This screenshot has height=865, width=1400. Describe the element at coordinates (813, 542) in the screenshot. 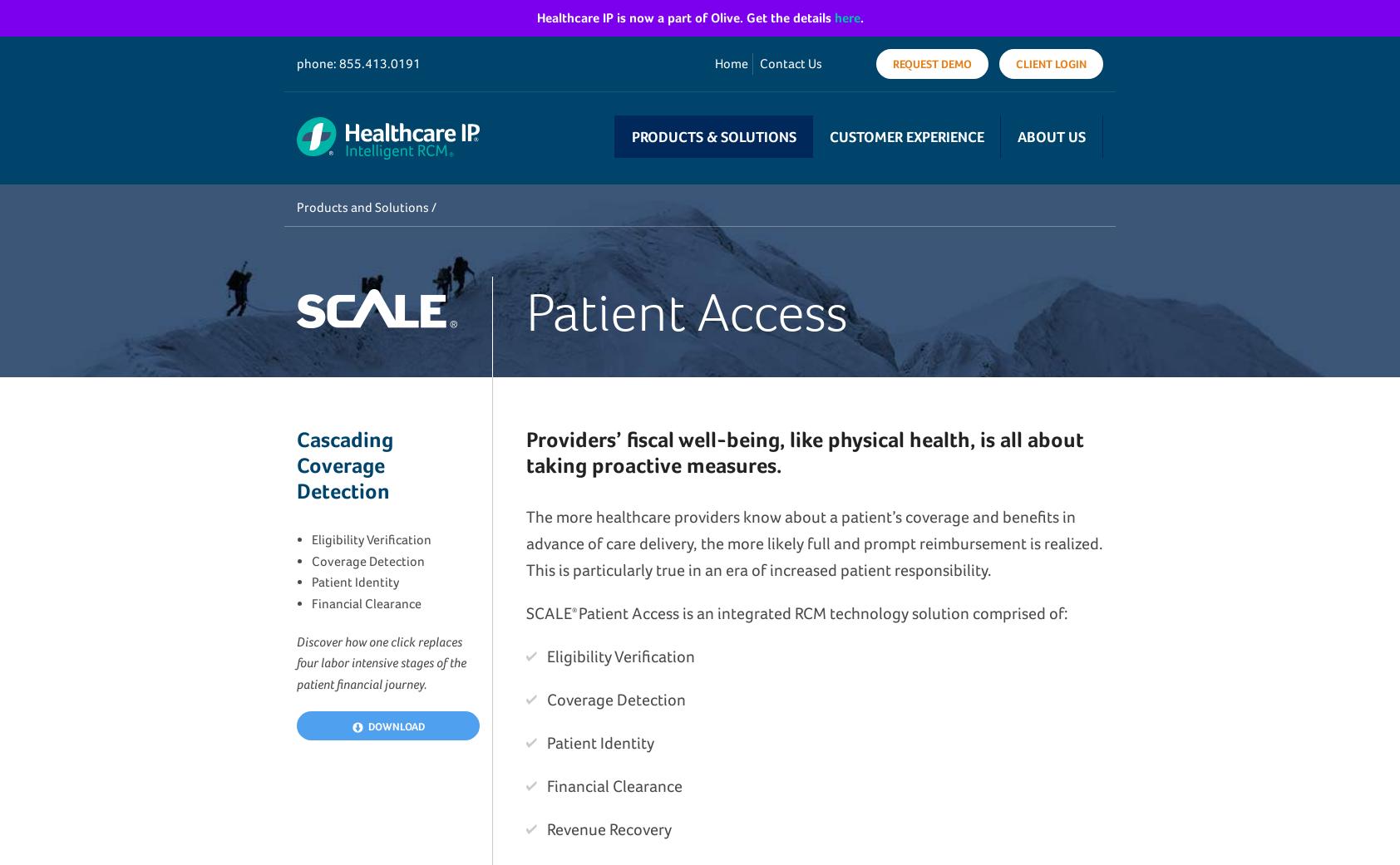

I see `'The more healthcare providers know about a patient’s coverage and benefits in advance of care delivery, the more likely full and prompt reimbursement is realized. This is particularly true in an era of increased patient responsibility.'` at that location.